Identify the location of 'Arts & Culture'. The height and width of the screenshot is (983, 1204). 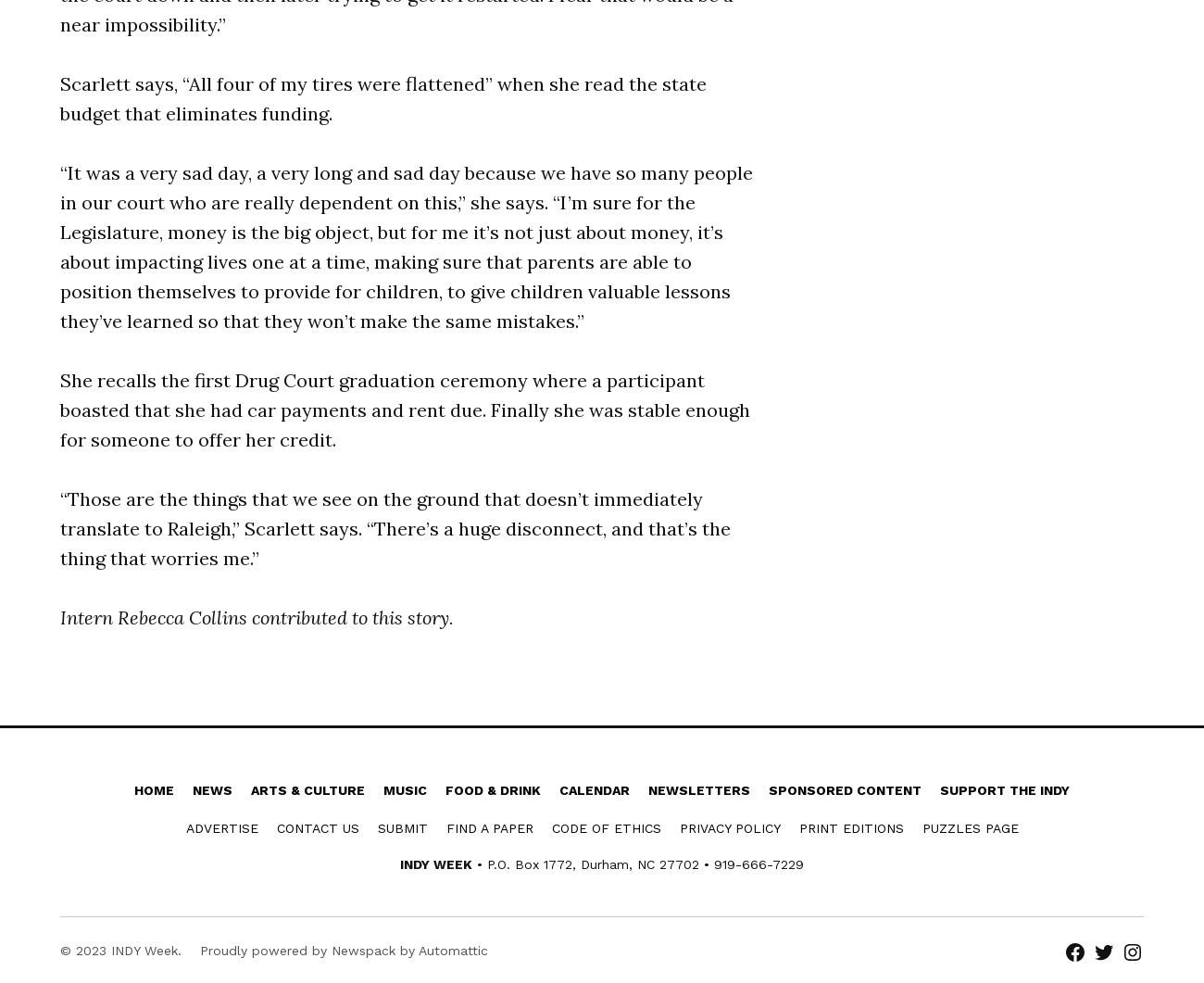
(250, 790).